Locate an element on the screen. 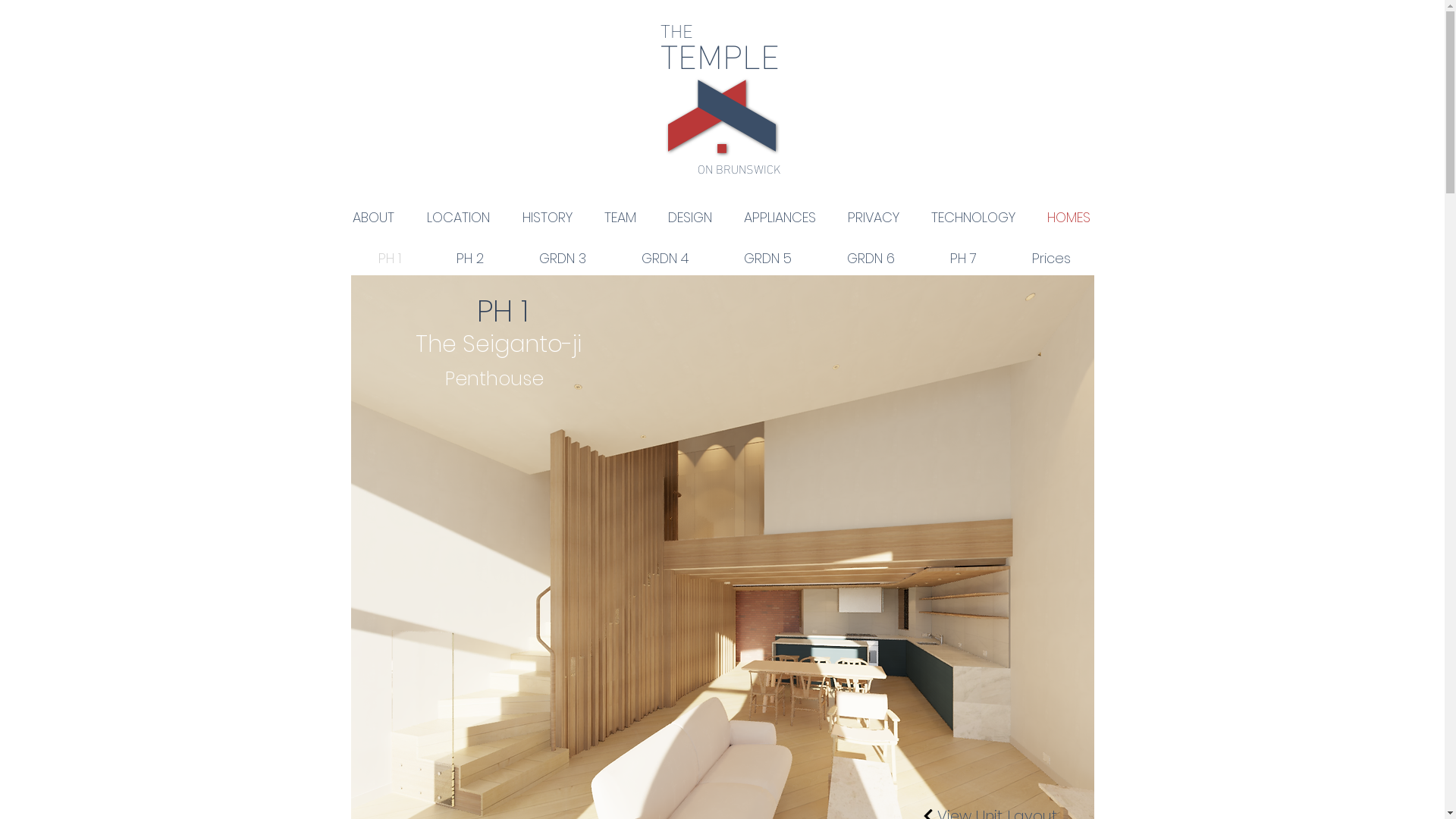 This screenshot has height=819, width=1456. 'TECHNOLOGY' is located at coordinates (972, 217).